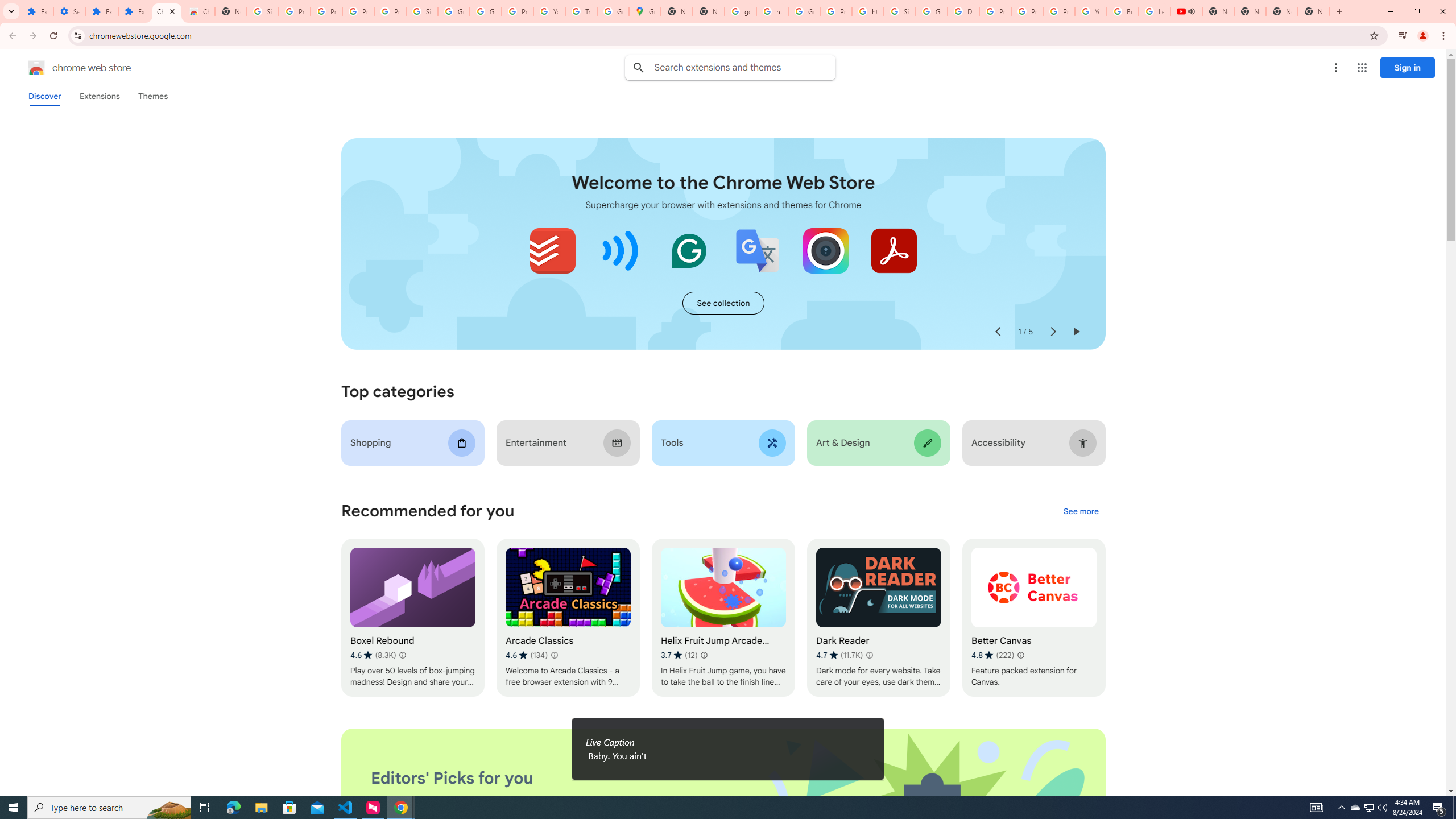  Describe the element at coordinates (67, 67) in the screenshot. I see `'Chrome Web Store logo chrome web store'` at that location.